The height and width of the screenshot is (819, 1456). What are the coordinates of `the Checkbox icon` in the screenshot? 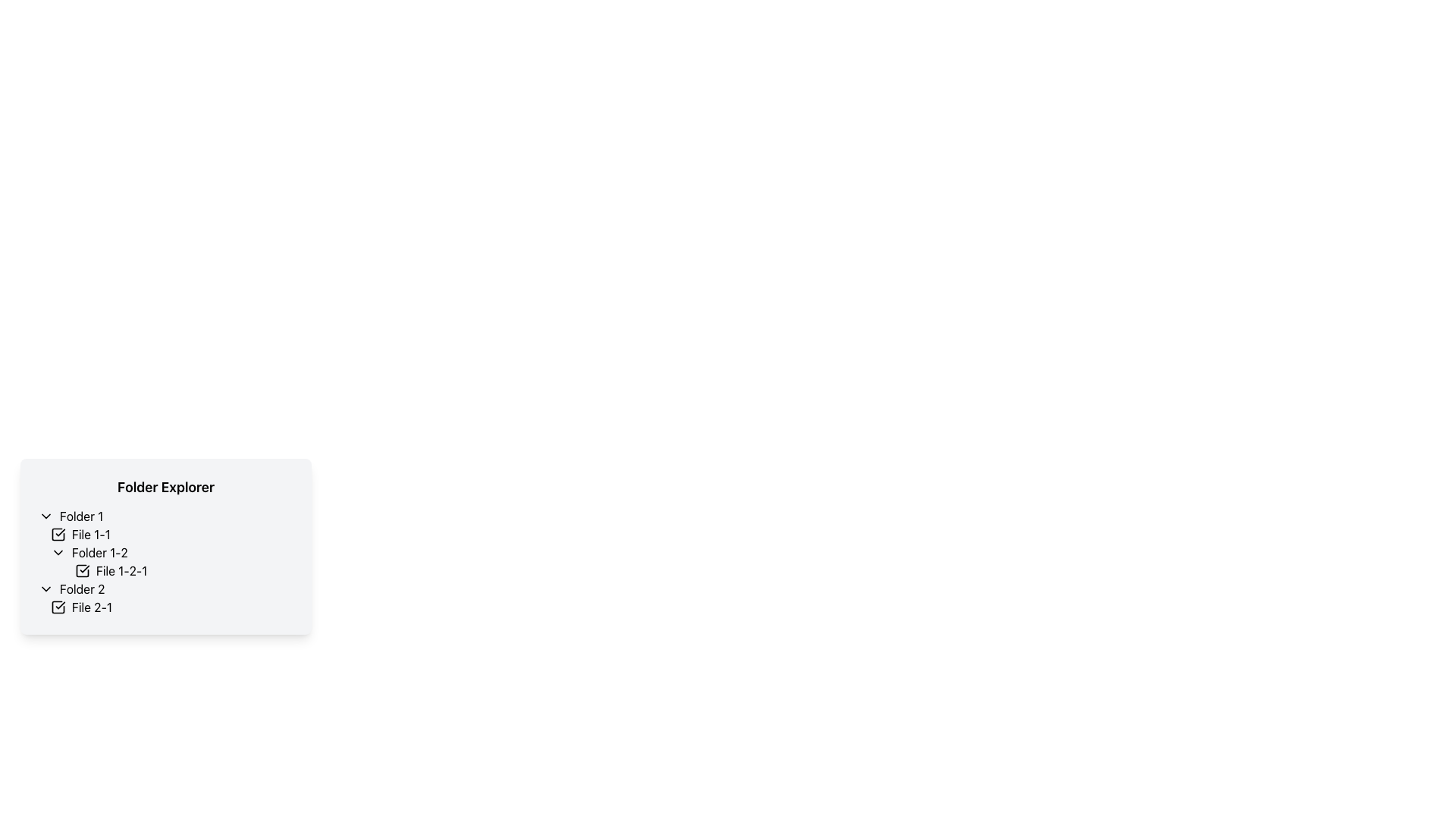 It's located at (58, 607).